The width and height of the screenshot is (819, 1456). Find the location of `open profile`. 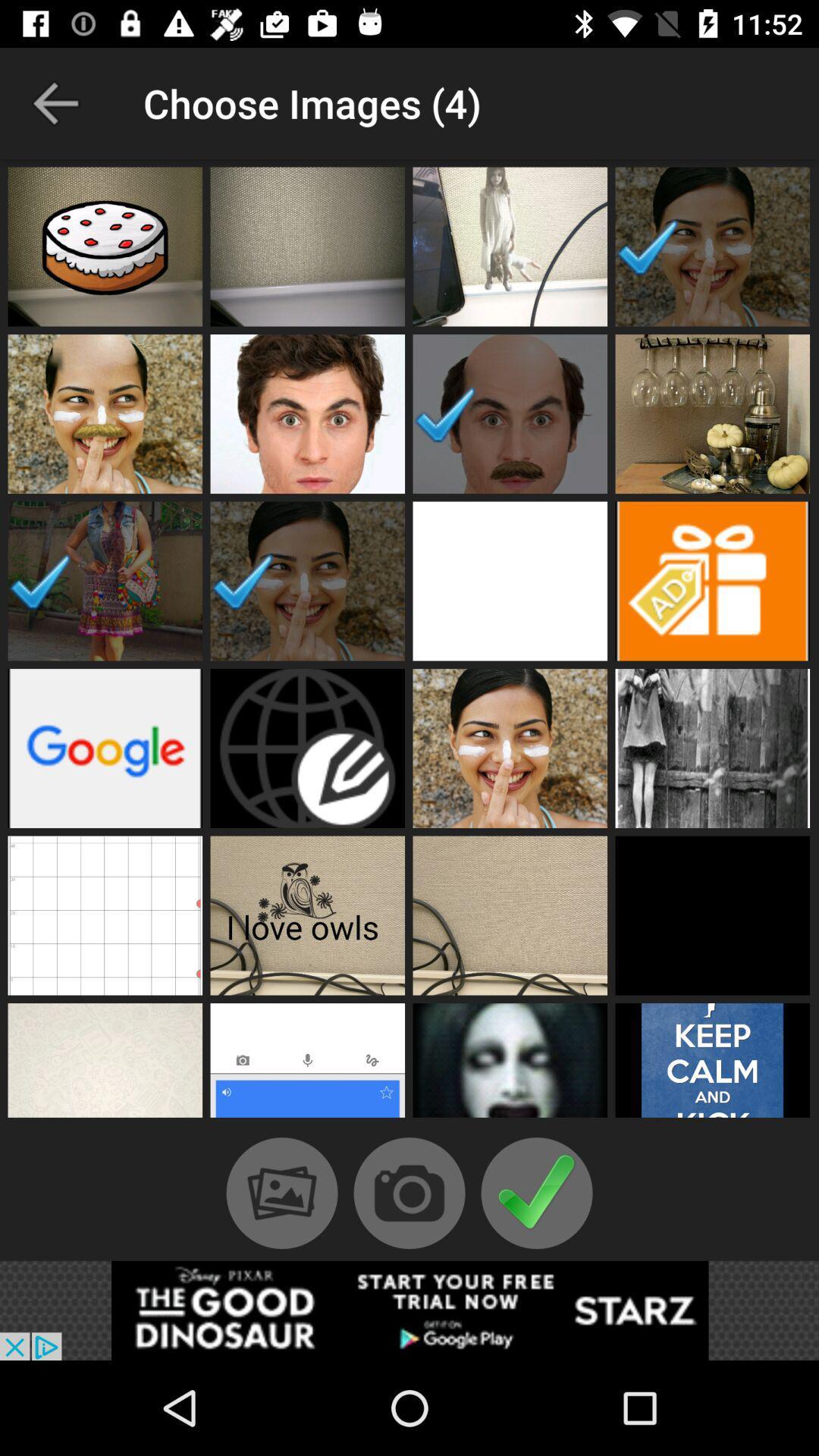

open profile is located at coordinates (712, 915).